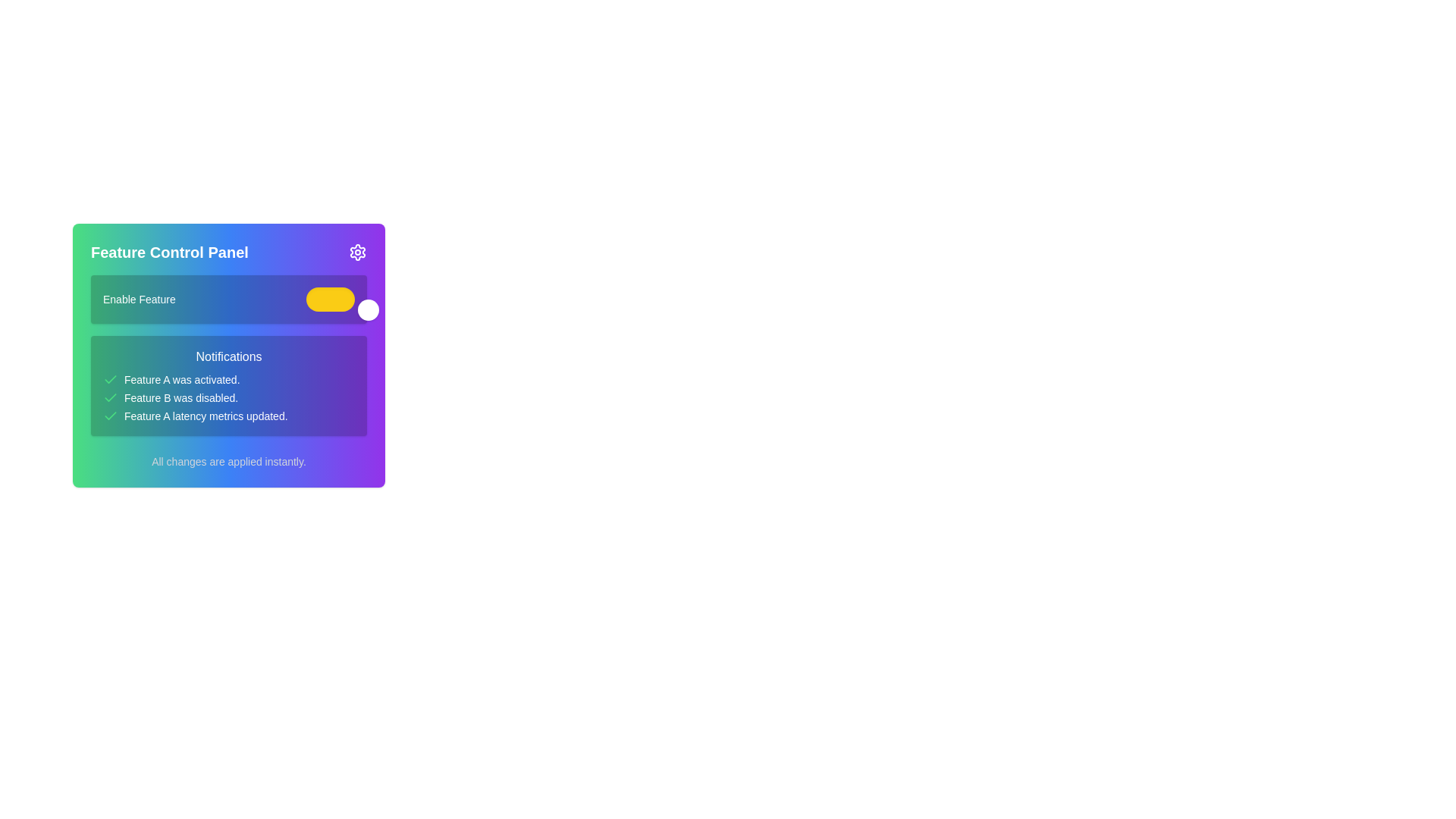 This screenshot has width=1456, height=819. Describe the element at coordinates (169, 251) in the screenshot. I see `the text label displaying 'Feature Control Panel', which is styled in bold and large font with a gradient background from green to blue, located in the top-left section of a panel` at that location.